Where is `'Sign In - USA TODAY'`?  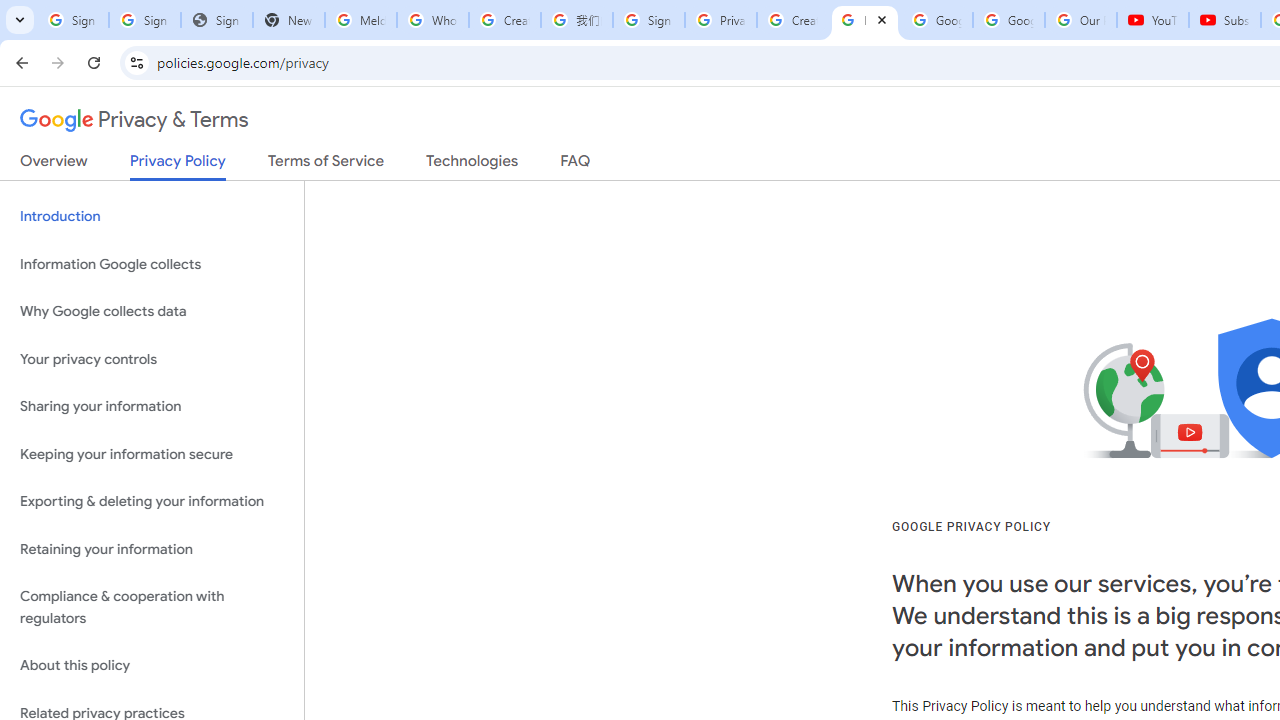 'Sign In - USA TODAY' is located at coordinates (216, 20).